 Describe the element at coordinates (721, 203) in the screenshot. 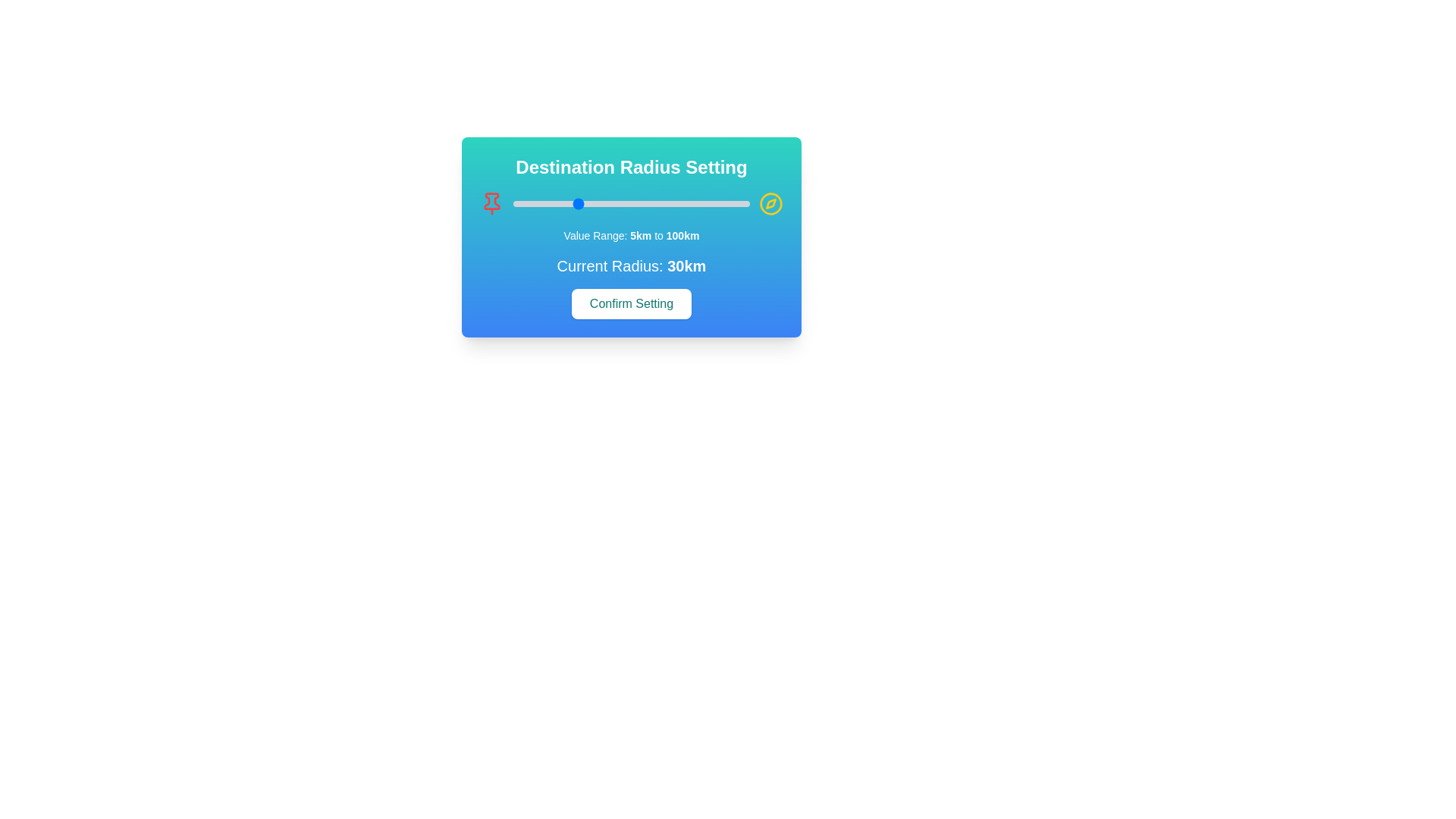

I see `the slider to set the radius to 89 km, observing the visual feedback` at that location.